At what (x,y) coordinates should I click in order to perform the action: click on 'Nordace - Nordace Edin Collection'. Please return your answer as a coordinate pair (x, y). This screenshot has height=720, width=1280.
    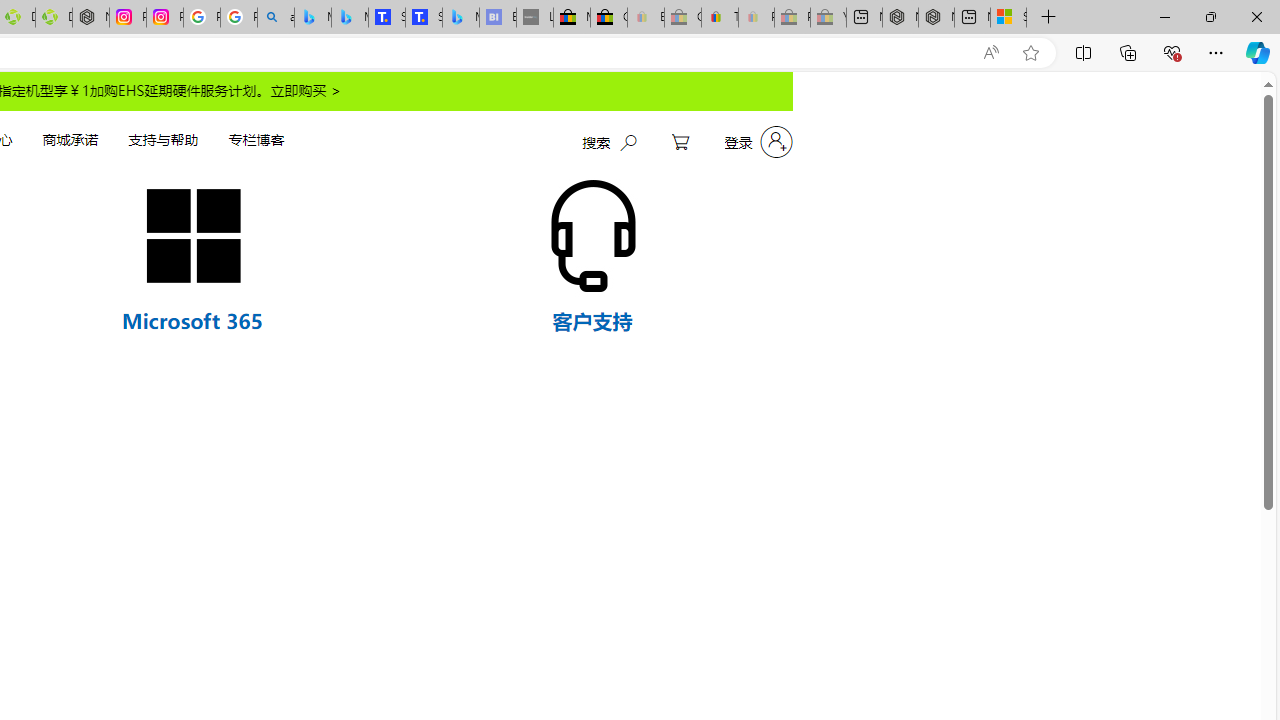
    Looking at the image, I should click on (89, 17).